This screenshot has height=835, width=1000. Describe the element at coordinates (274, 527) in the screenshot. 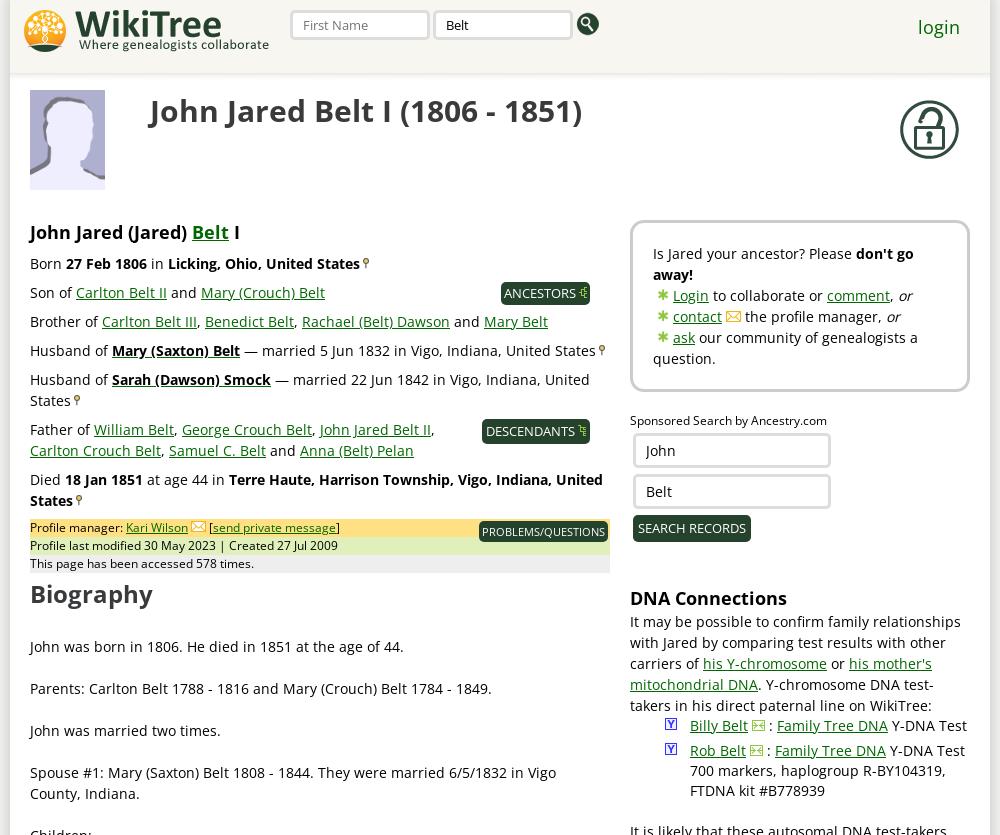

I see `'send private message'` at that location.